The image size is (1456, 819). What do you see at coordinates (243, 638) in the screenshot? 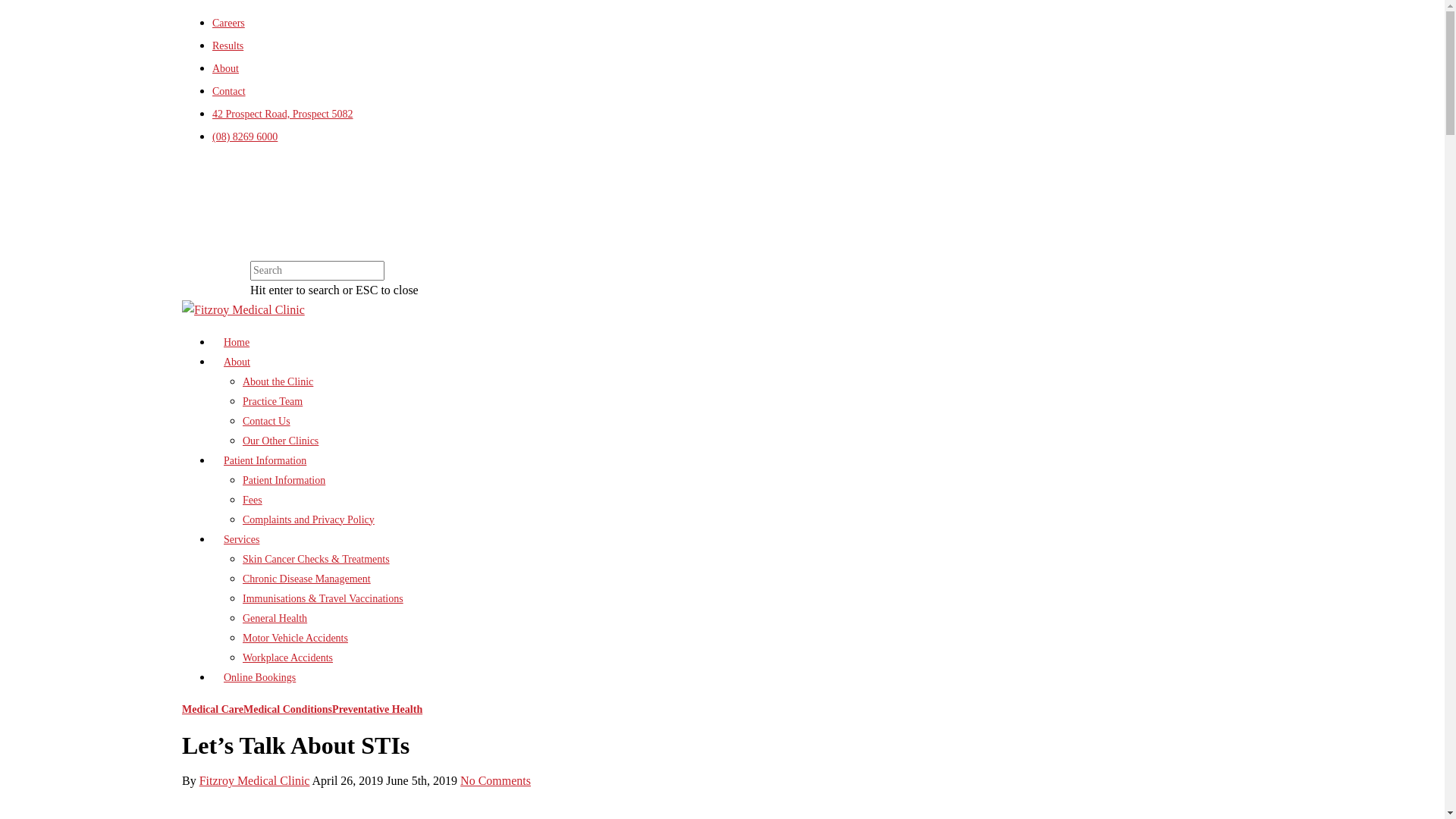
I see `'Motor Vehicle Accidents'` at bounding box center [243, 638].